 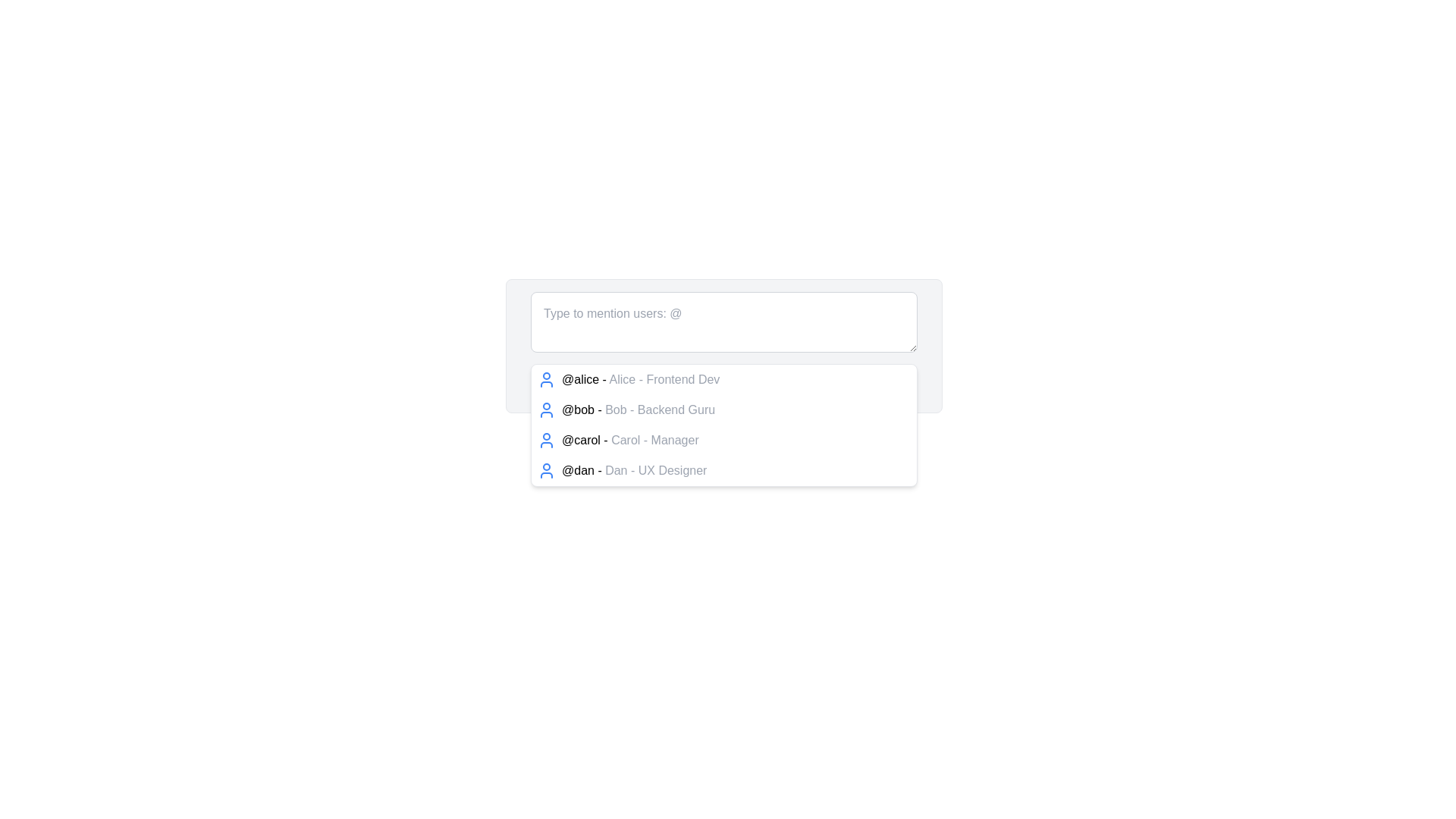 What do you see at coordinates (723, 425) in the screenshot?
I see `the second item in the dropdown menu which represents '@bob - Bob - Backend Guru'` at bounding box center [723, 425].